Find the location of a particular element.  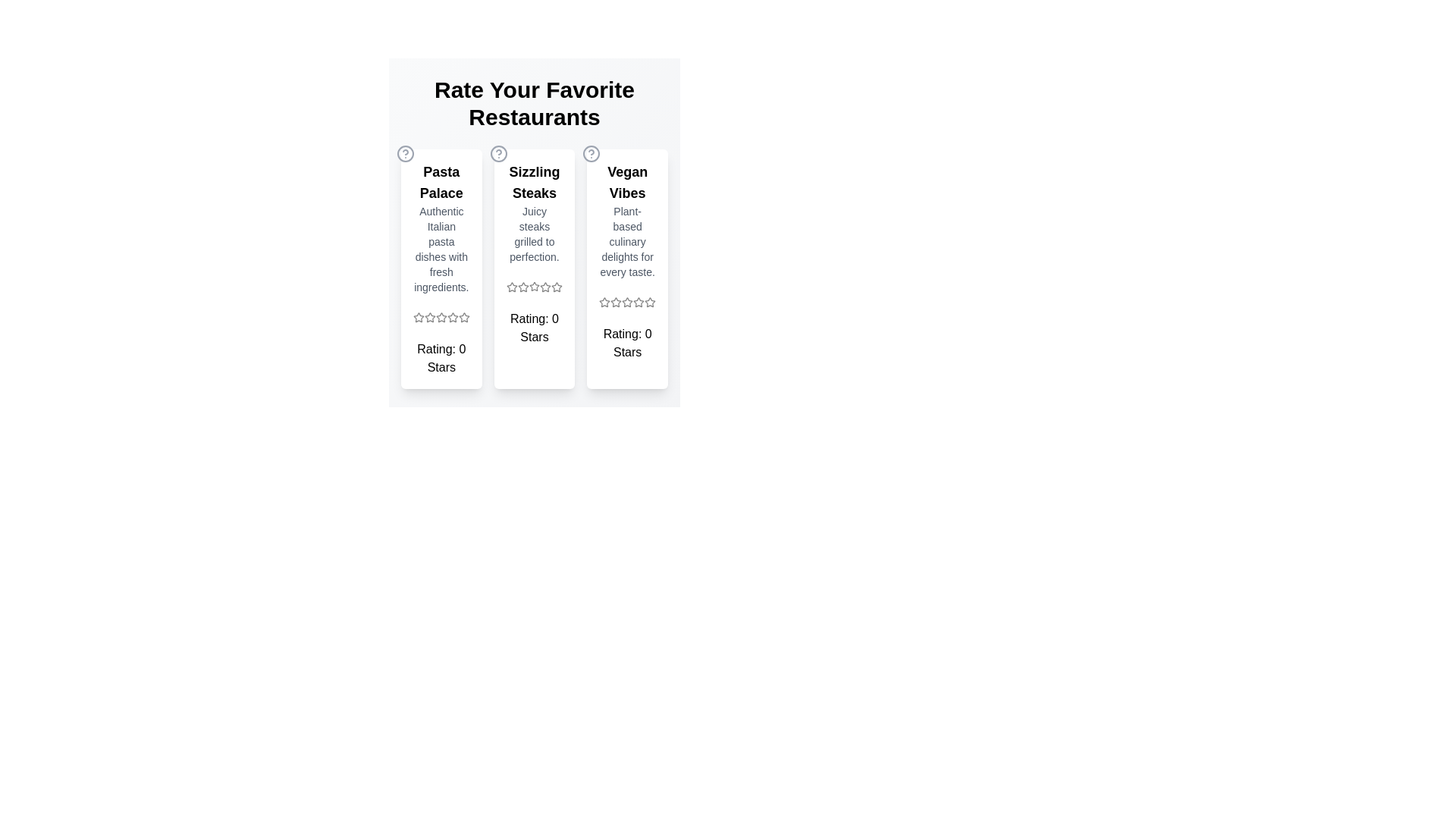

the star icon for 4 stars in the Vegan Vibes section is located at coordinates (639, 302).